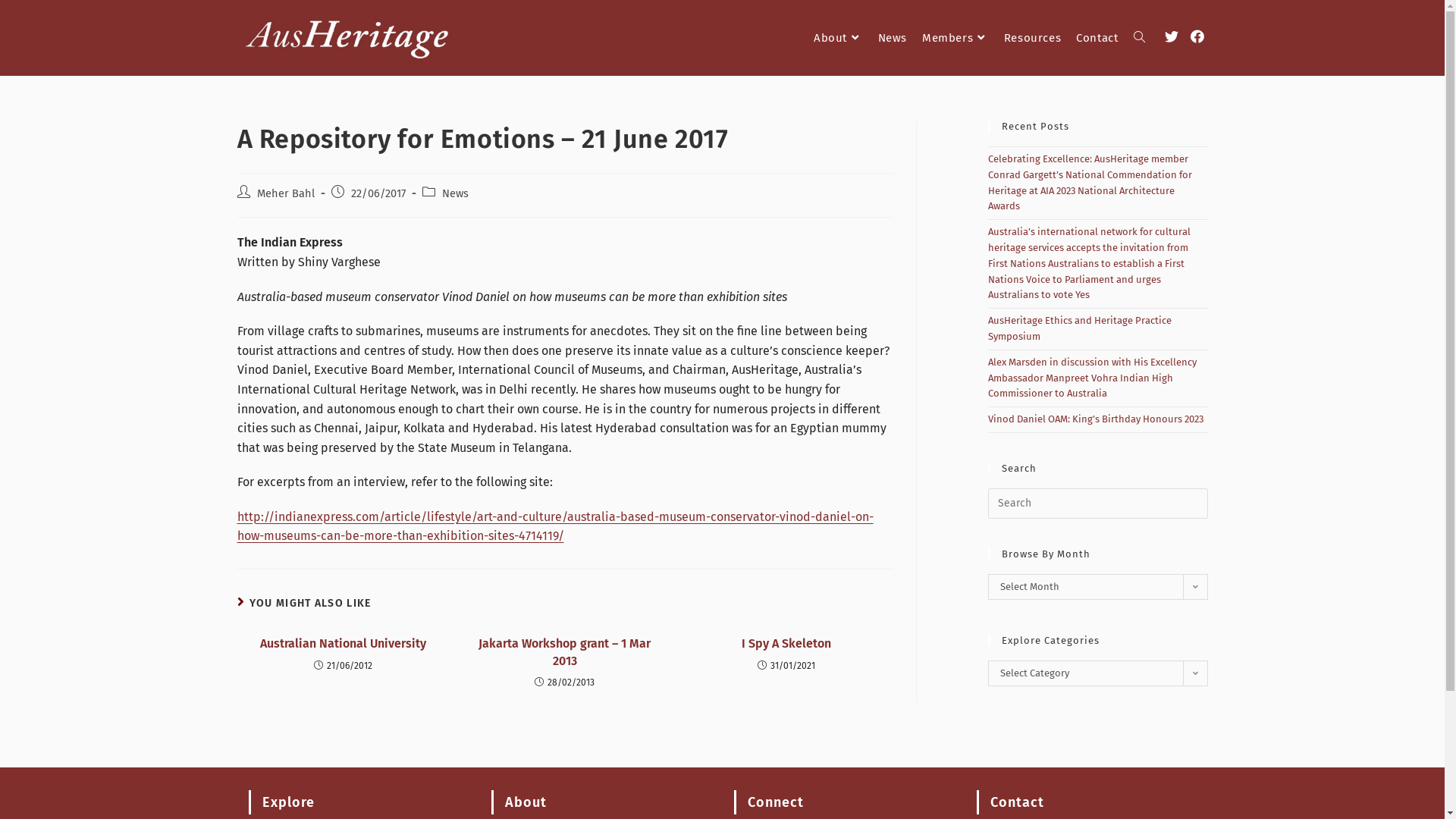  What do you see at coordinates (954, 37) in the screenshot?
I see `'Members'` at bounding box center [954, 37].